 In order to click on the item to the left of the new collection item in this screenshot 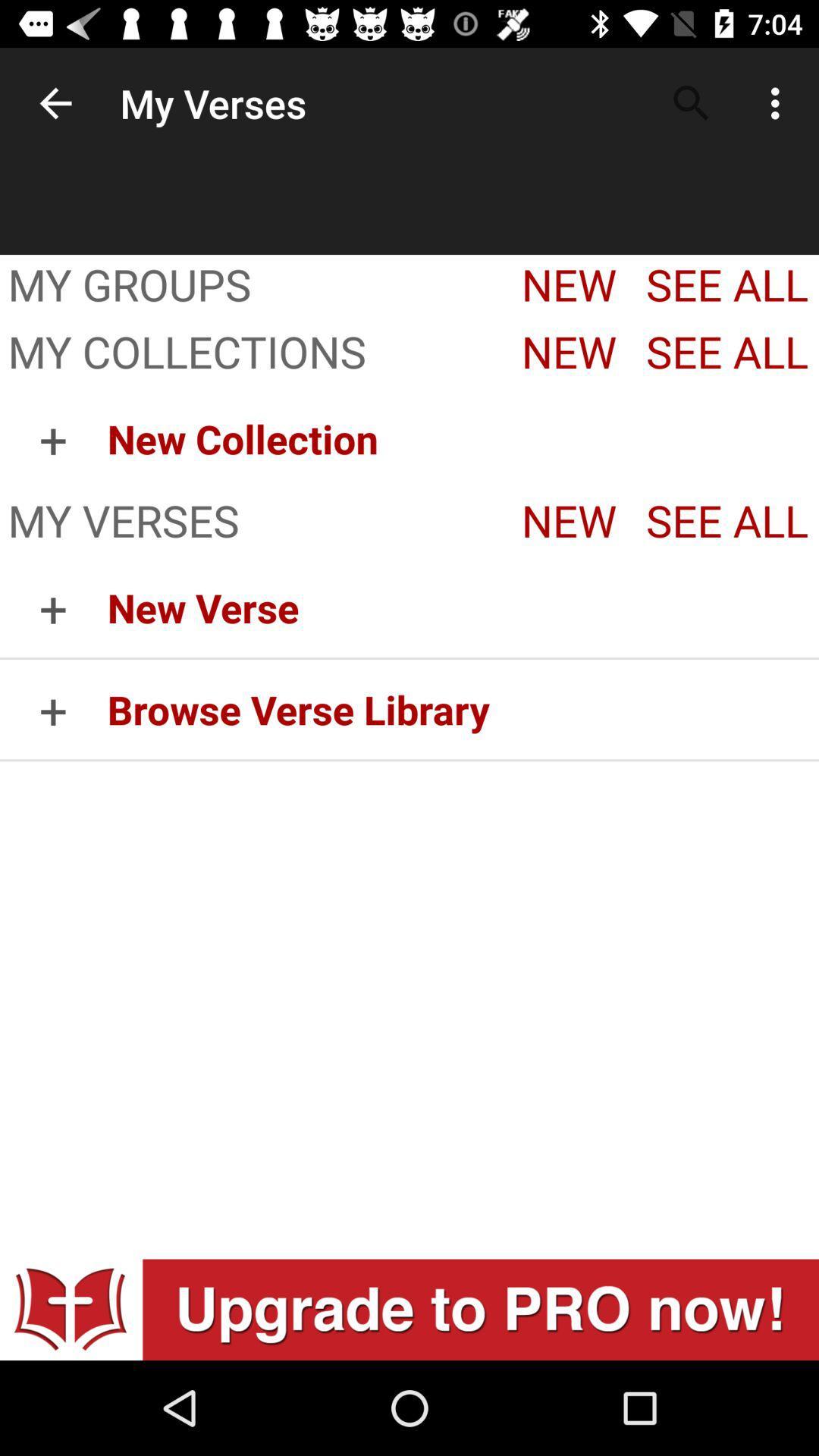, I will do `click(52, 438)`.